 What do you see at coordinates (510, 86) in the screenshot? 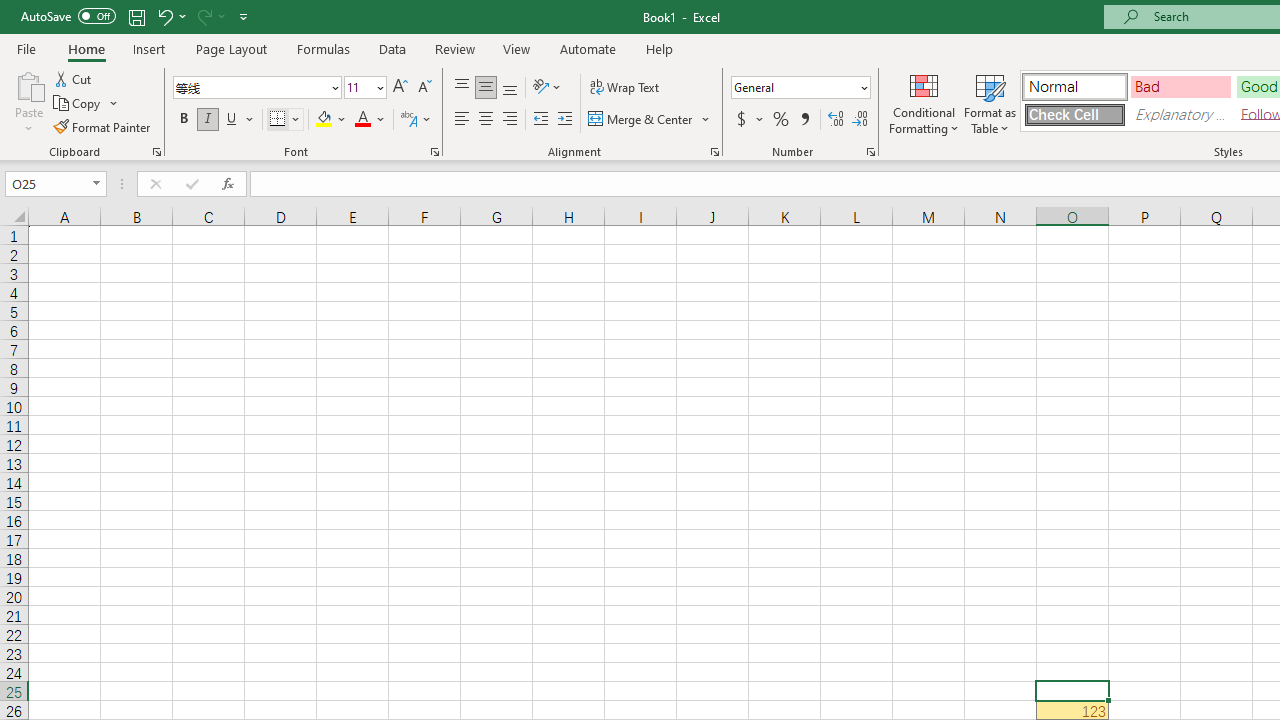
I see `'Bottom Align'` at bounding box center [510, 86].